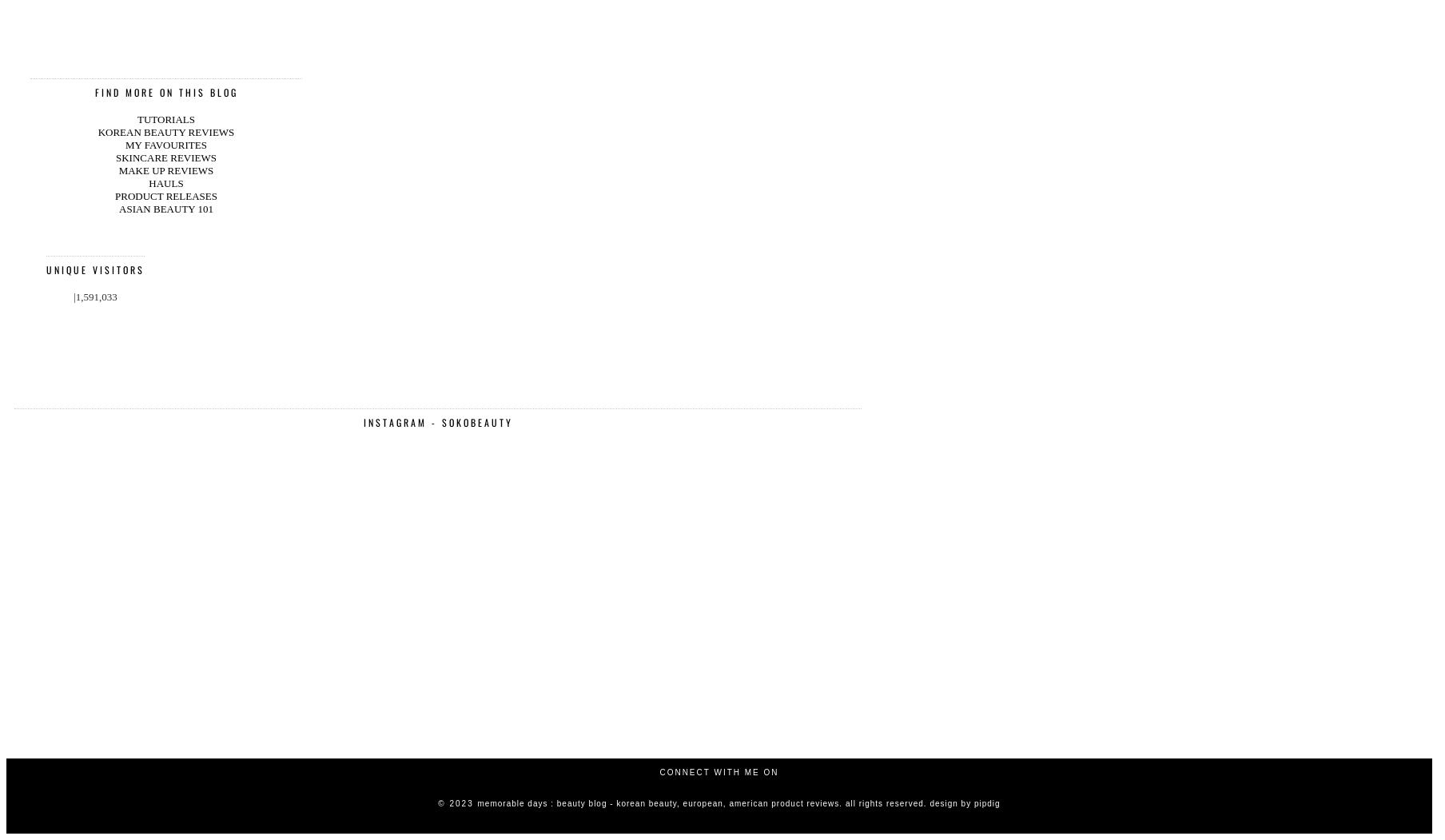 This screenshot has width=1445, height=840. I want to click on 'Instagram - Sokobeauty', so click(362, 231).